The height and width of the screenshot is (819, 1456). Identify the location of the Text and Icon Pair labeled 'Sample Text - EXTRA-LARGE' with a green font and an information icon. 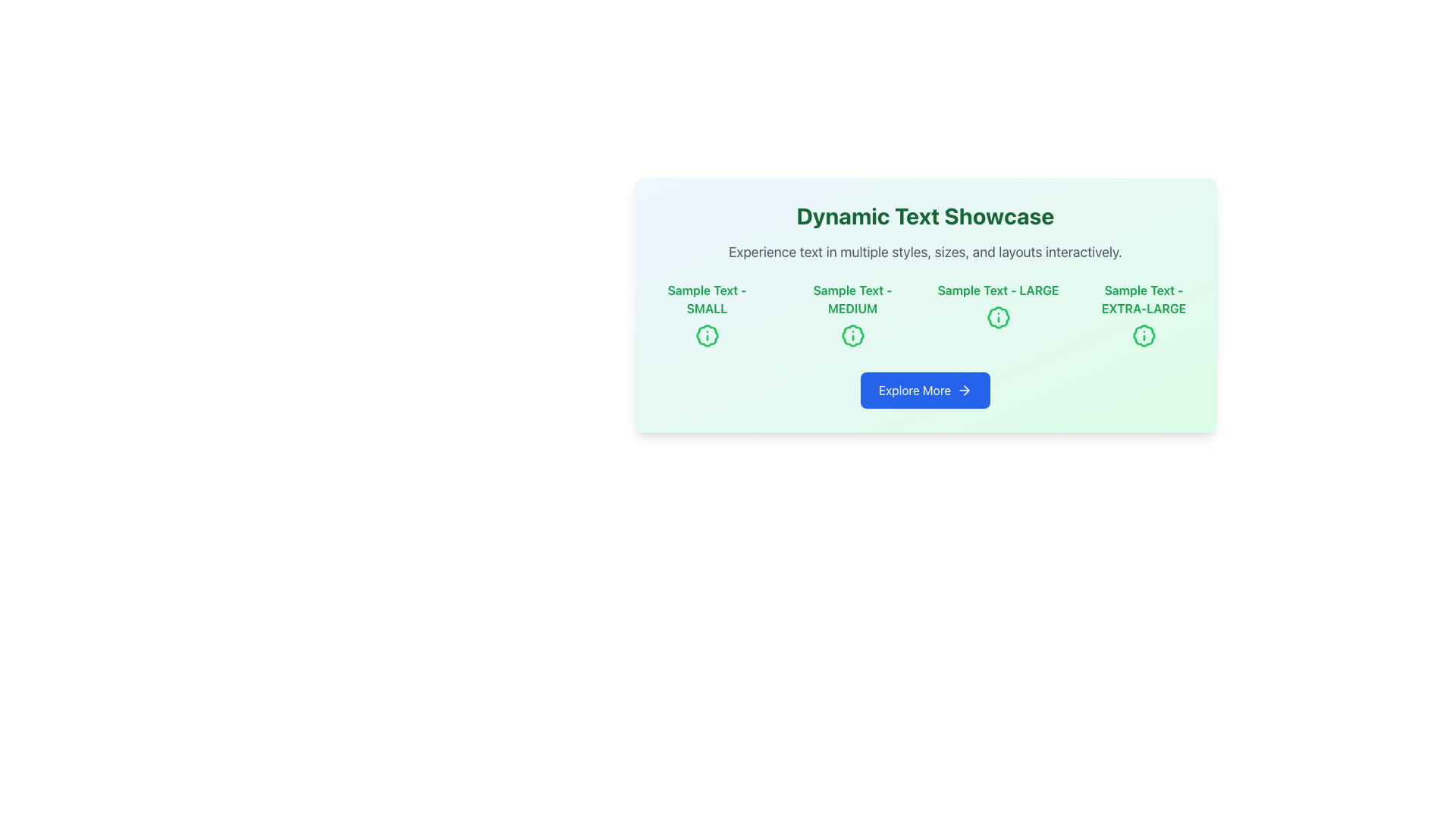
(1144, 314).